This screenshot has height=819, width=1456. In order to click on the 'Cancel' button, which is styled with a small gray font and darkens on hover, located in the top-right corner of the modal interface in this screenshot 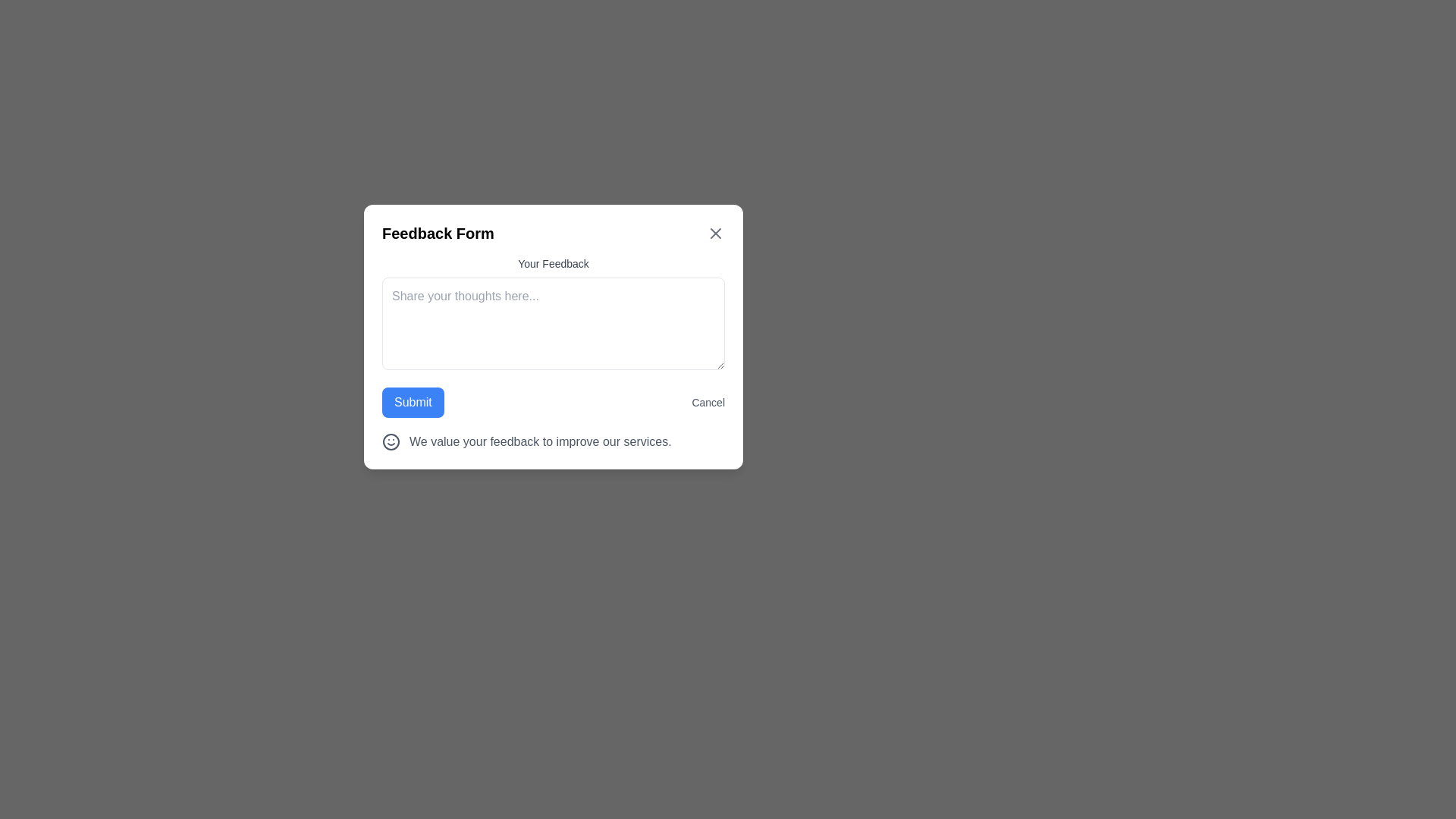, I will do `click(708, 402)`.